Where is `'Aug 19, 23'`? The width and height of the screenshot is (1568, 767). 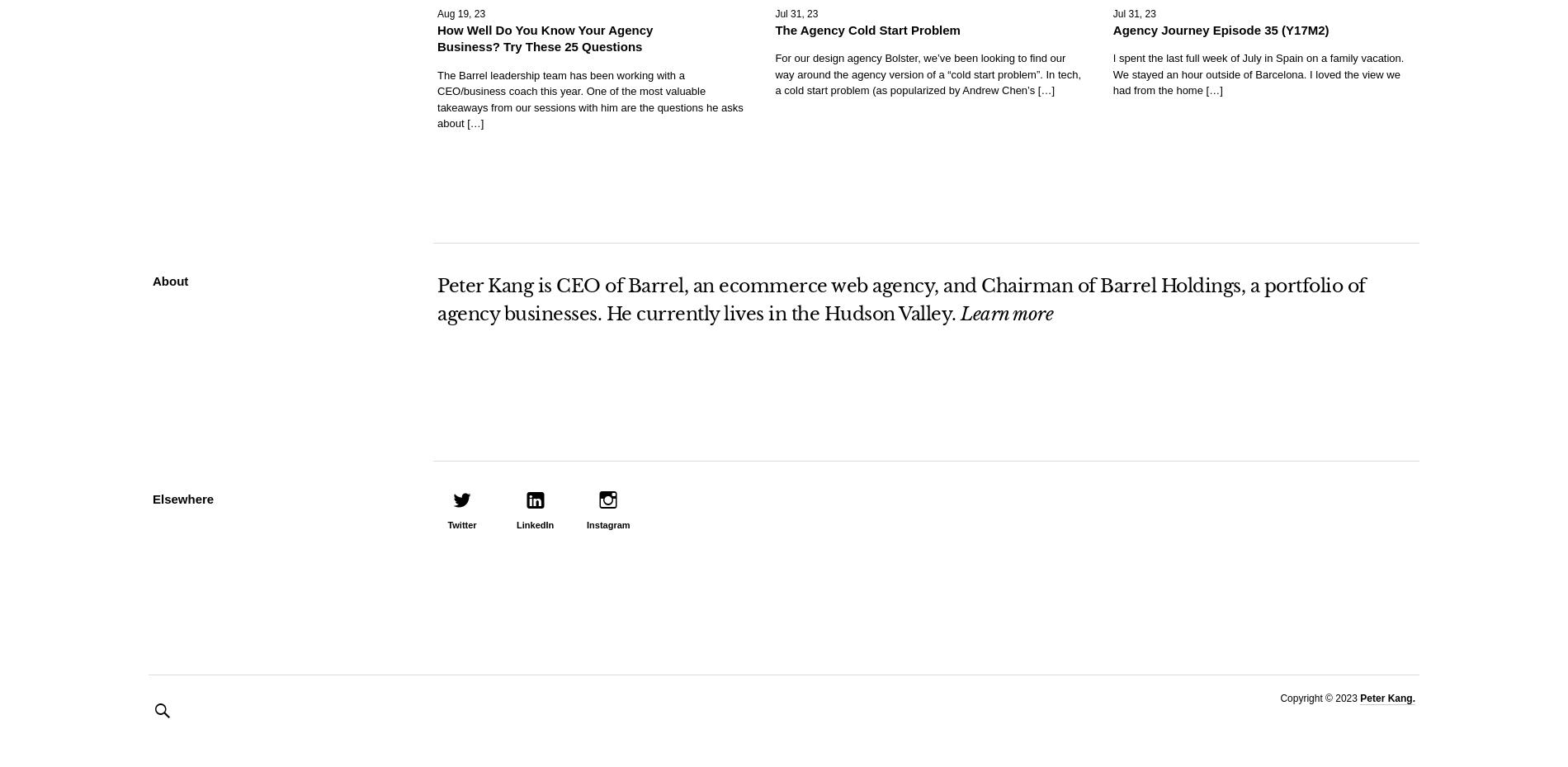
'Aug 19, 23' is located at coordinates (460, 13).